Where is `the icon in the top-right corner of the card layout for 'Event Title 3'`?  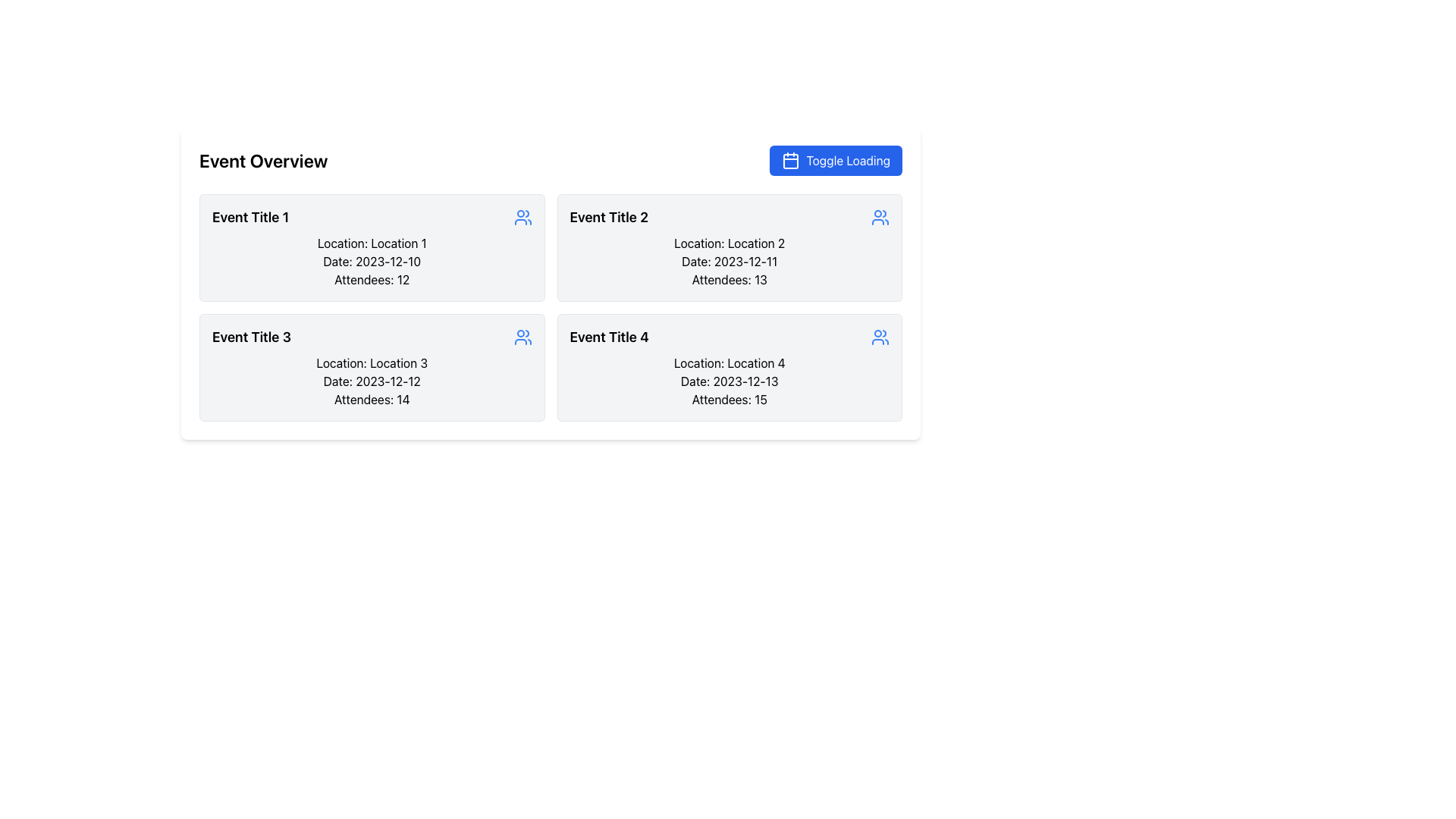 the icon in the top-right corner of the card layout for 'Event Title 3' is located at coordinates (522, 336).